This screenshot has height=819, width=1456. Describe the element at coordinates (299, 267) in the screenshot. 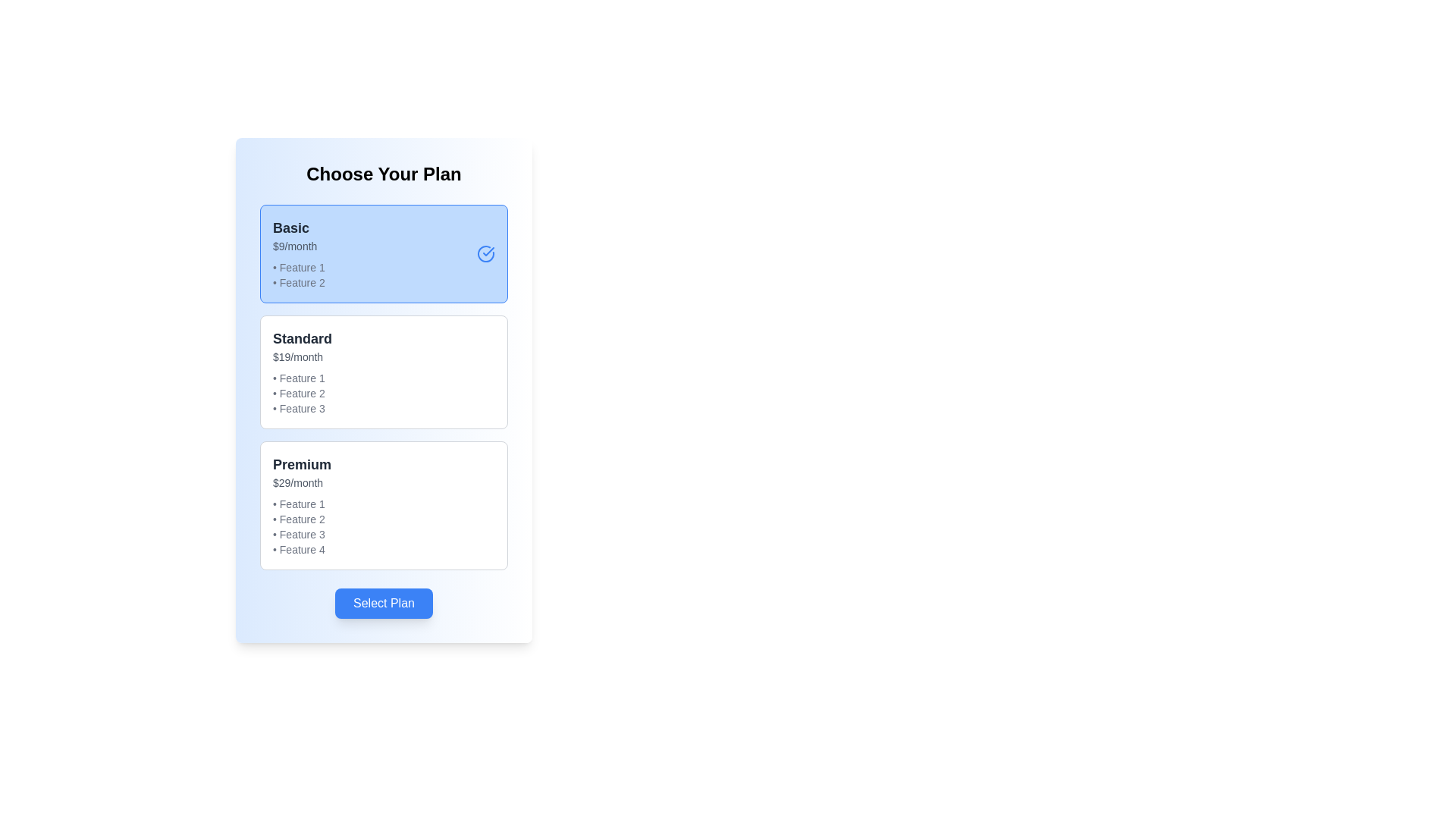

I see `text that displays the first bullet point feature included in the 'Basic' plan, providing descriptive information to the user` at that location.